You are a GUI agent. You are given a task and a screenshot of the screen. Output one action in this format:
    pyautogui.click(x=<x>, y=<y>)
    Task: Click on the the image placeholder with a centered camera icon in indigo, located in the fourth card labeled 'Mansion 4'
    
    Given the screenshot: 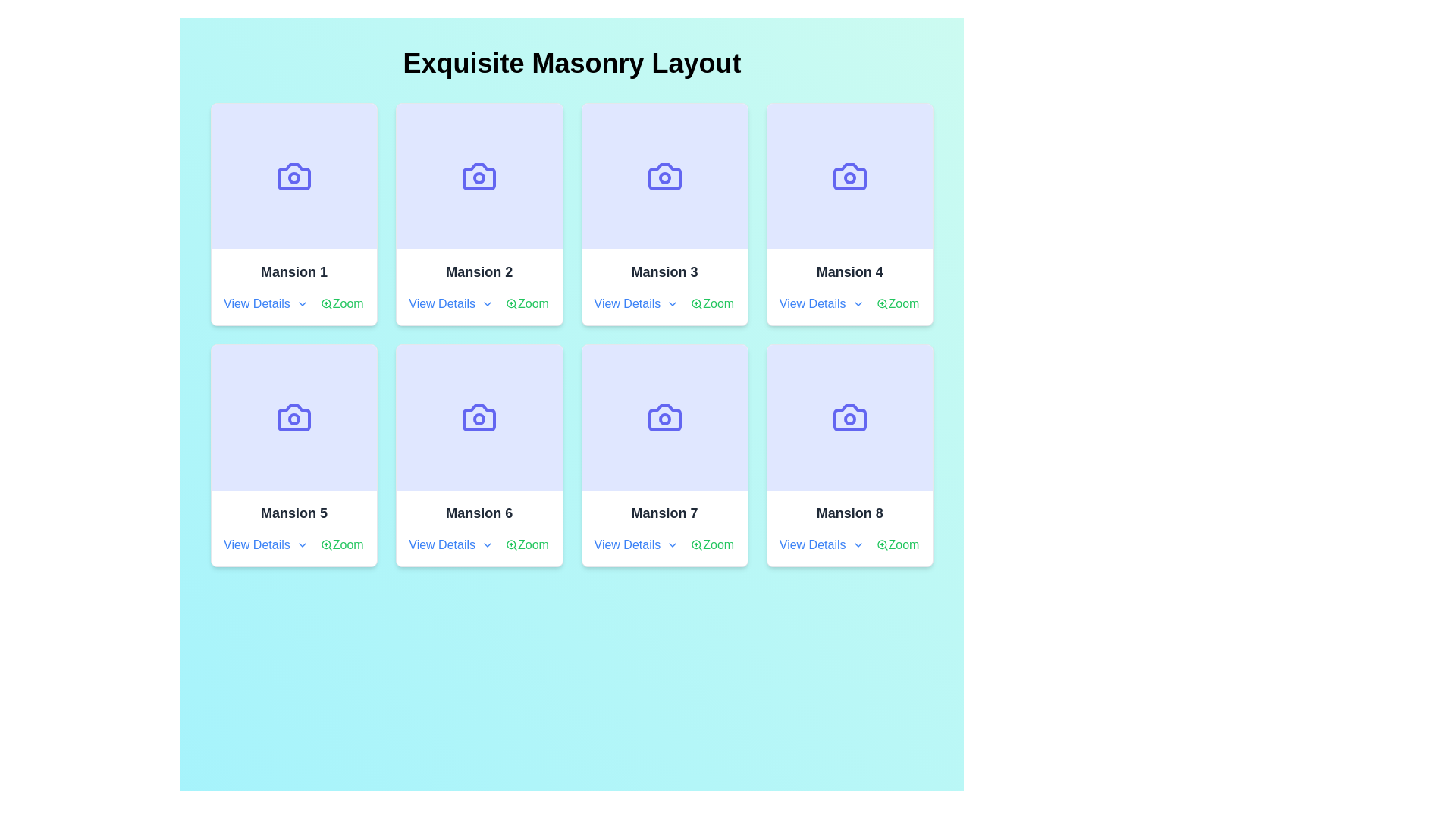 What is the action you would take?
    pyautogui.click(x=849, y=175)
    